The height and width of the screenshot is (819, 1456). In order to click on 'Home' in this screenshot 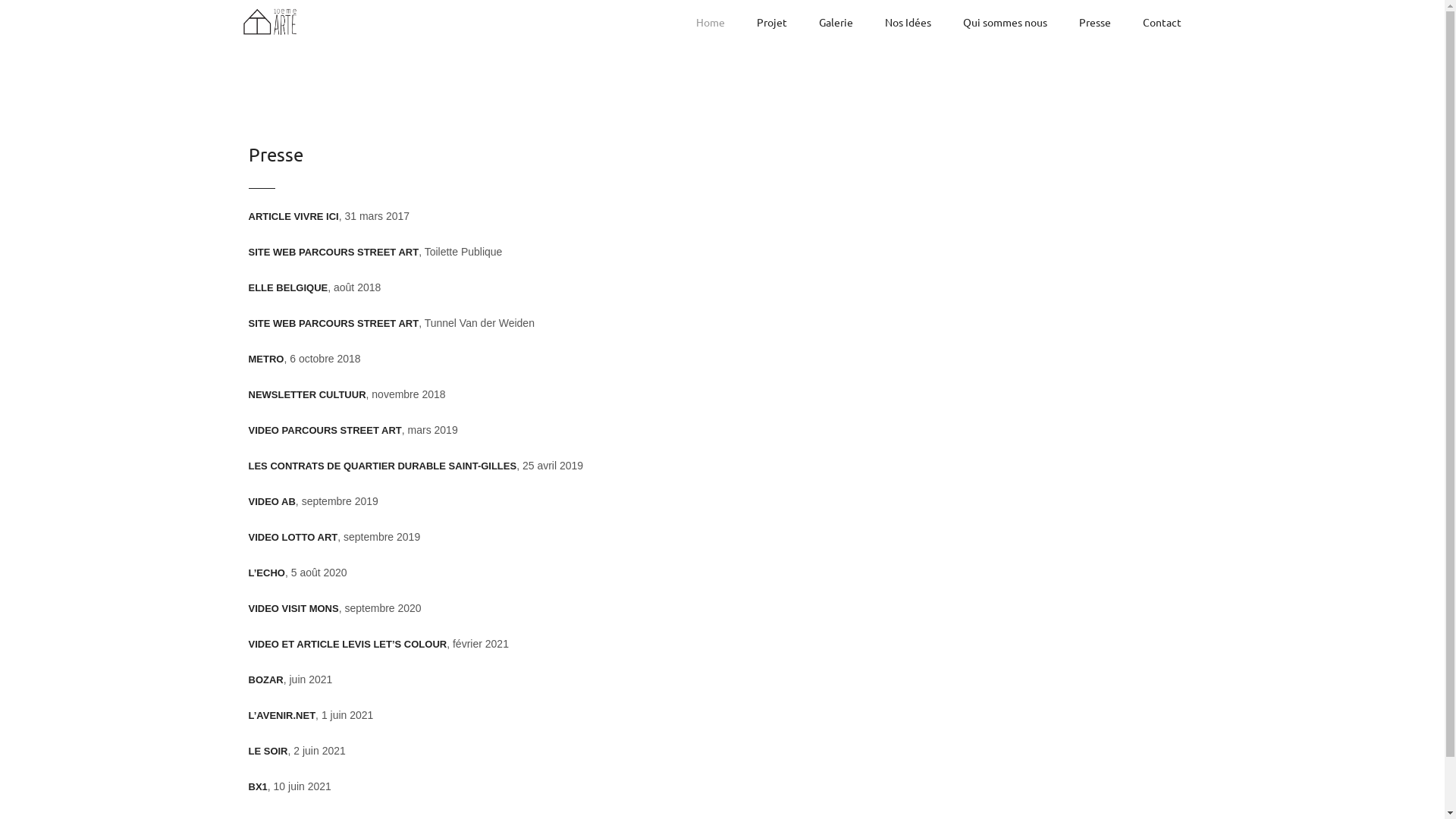, I will do `click(709, 22)`.